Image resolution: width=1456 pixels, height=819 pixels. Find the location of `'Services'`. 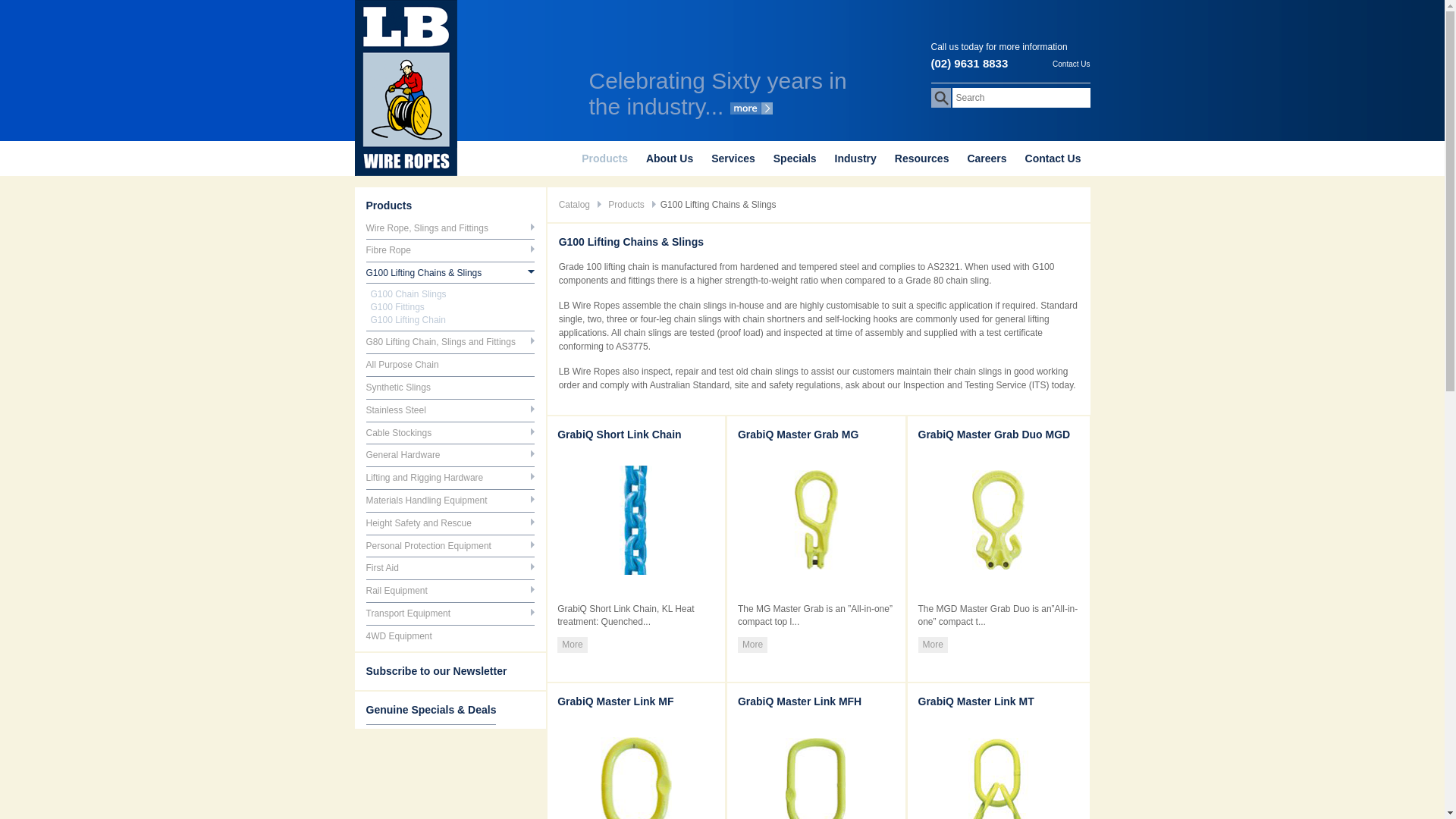

'Services' is located at coordinates (733, 158).